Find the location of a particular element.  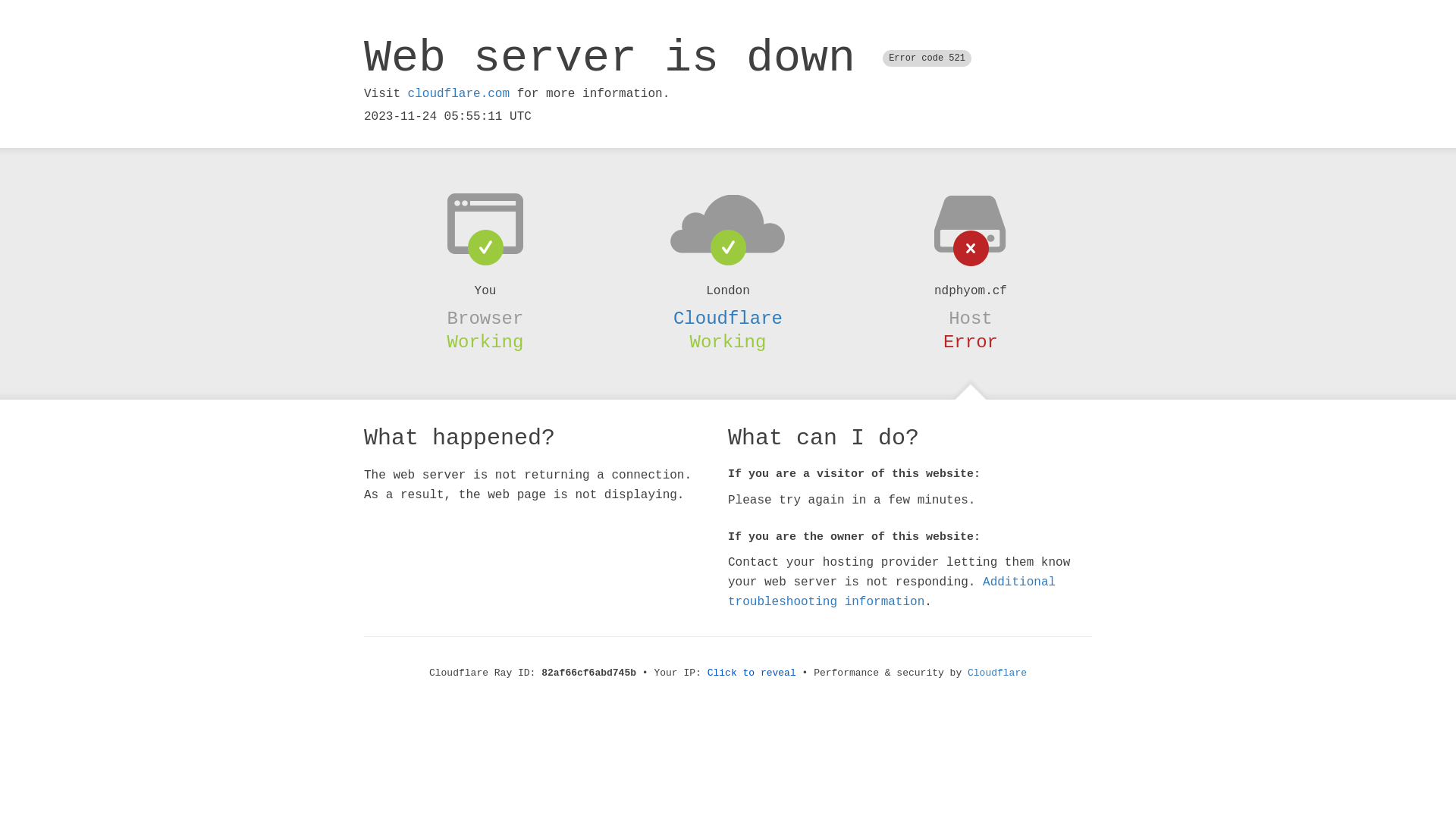

'Cloudflare' is located at coordinates (967, 672).